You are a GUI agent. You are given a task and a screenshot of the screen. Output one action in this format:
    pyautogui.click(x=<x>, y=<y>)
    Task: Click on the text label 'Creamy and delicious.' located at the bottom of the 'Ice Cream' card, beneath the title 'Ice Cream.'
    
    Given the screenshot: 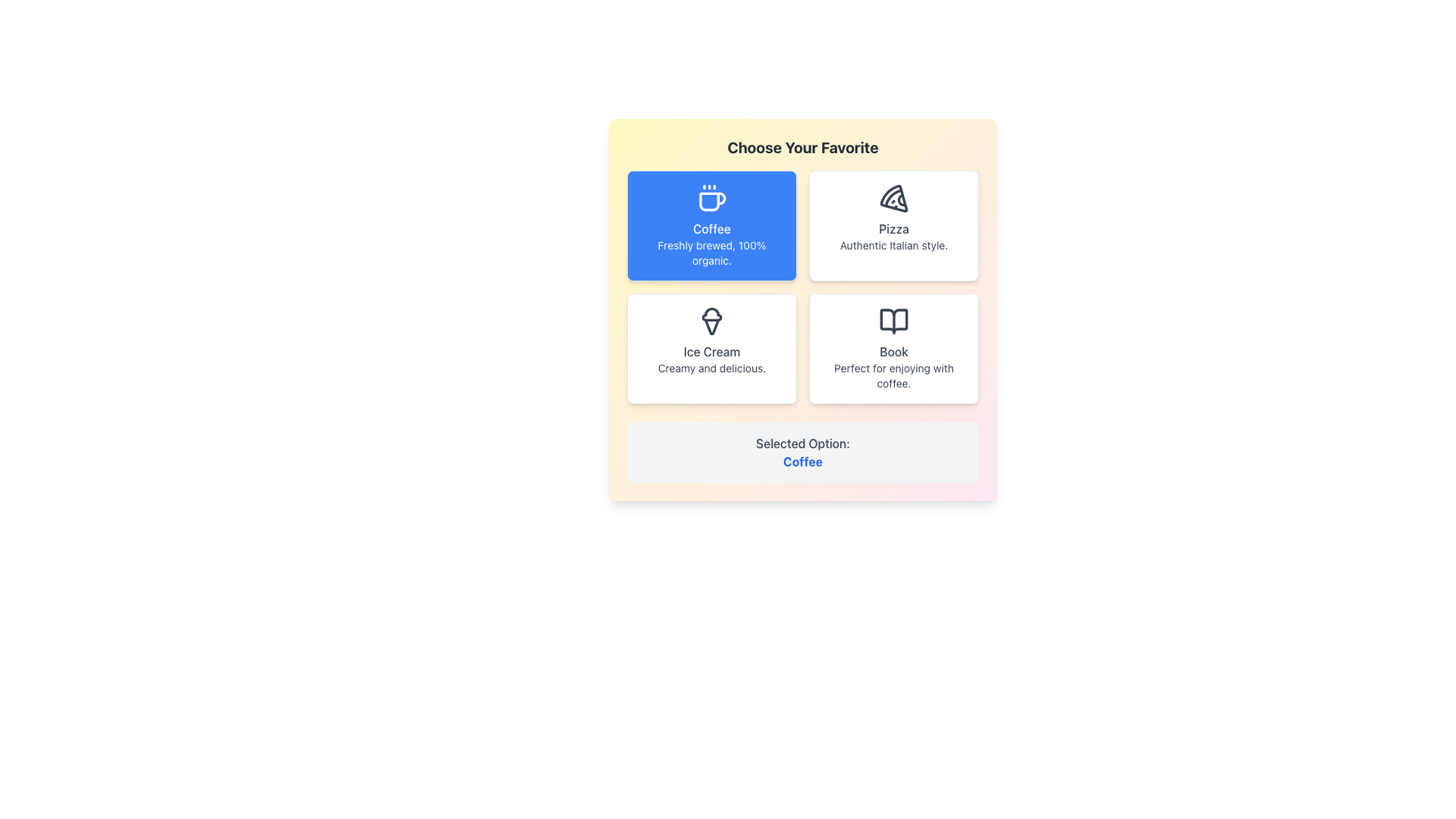 What is the action you would take?
    pyautogui.click(x=711, y=369)
    